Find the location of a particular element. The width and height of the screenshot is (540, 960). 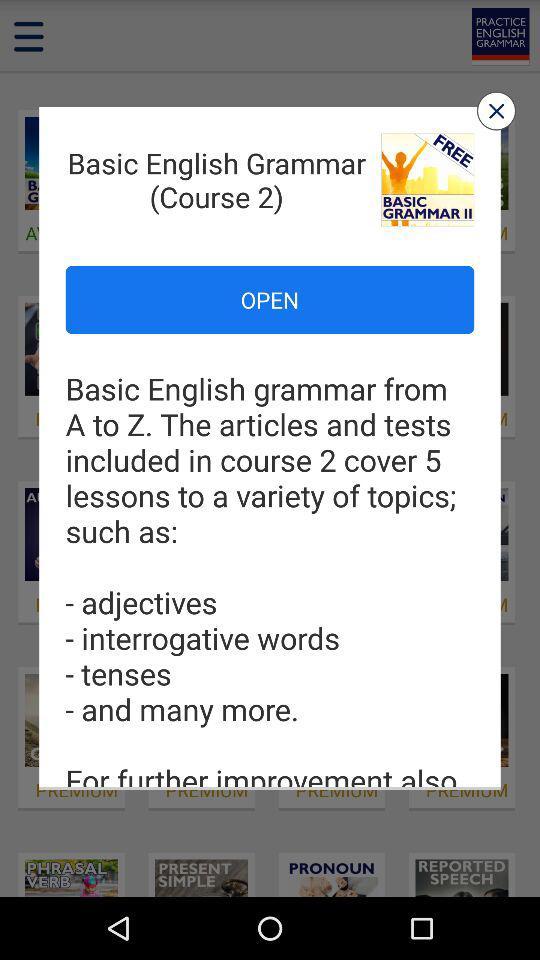

the close icon is located at coordinates (495, 119).